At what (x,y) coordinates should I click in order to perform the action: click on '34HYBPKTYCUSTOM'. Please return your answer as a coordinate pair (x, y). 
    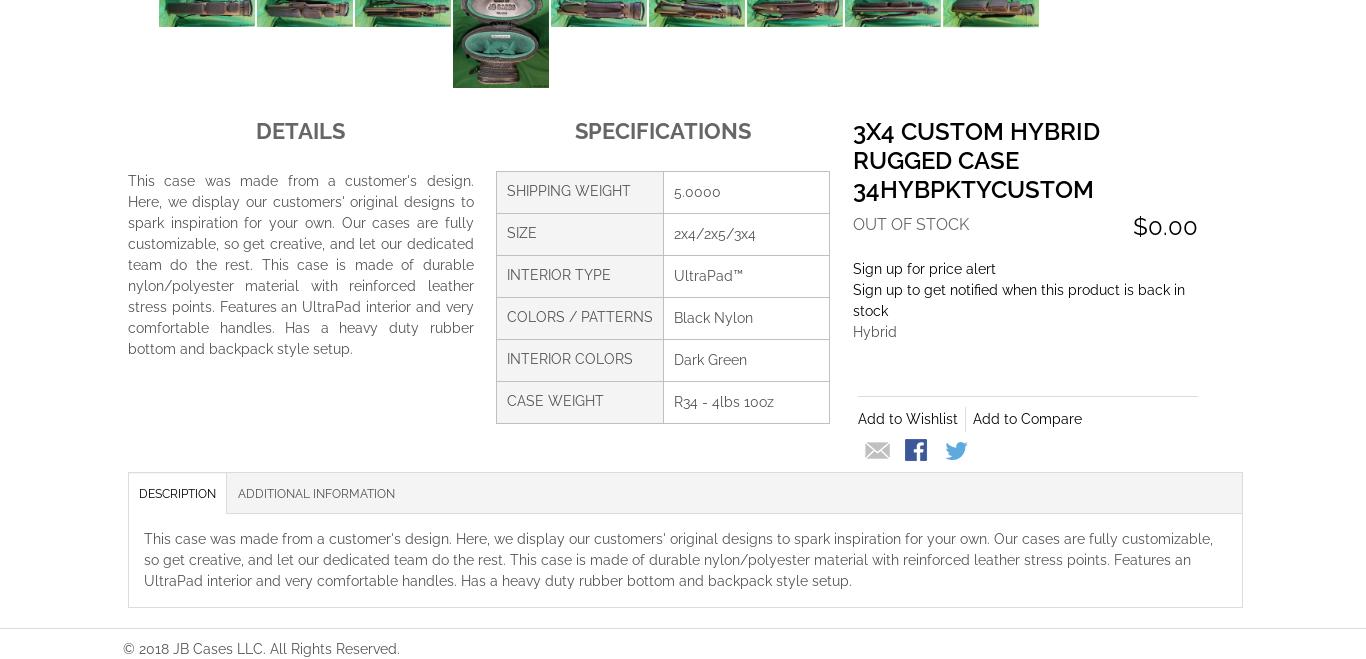
    Looking at the image, I should click on (850, 187).